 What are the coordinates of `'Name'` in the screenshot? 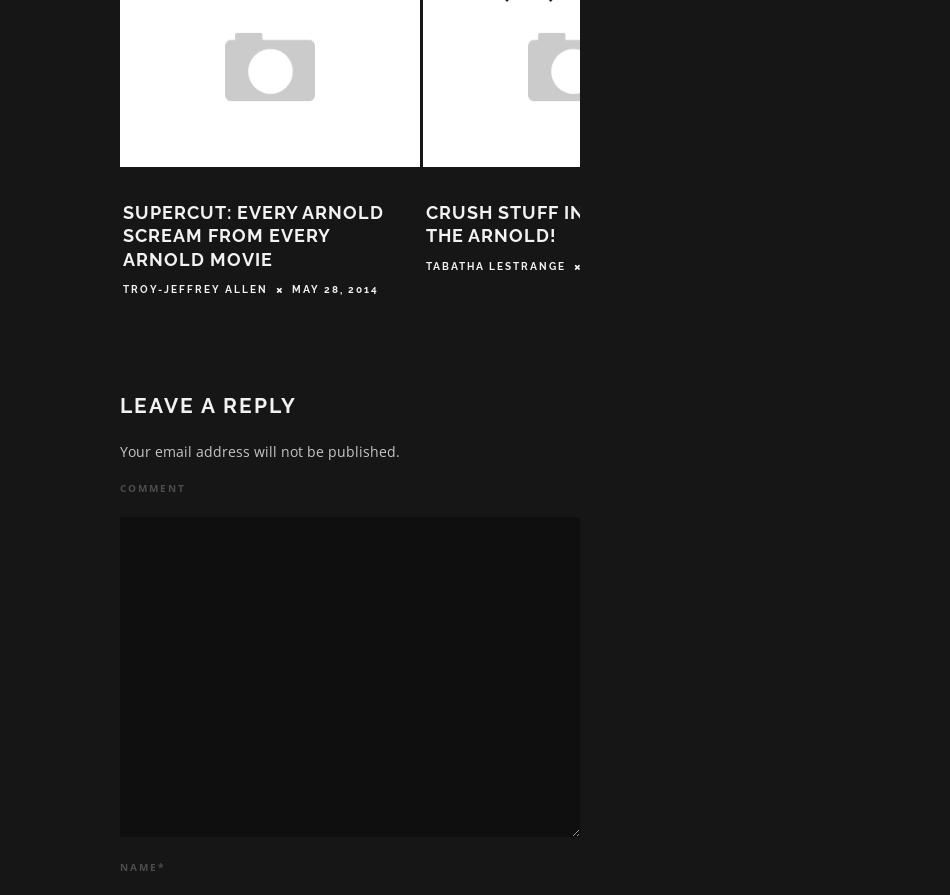 It's located at (138, 870).